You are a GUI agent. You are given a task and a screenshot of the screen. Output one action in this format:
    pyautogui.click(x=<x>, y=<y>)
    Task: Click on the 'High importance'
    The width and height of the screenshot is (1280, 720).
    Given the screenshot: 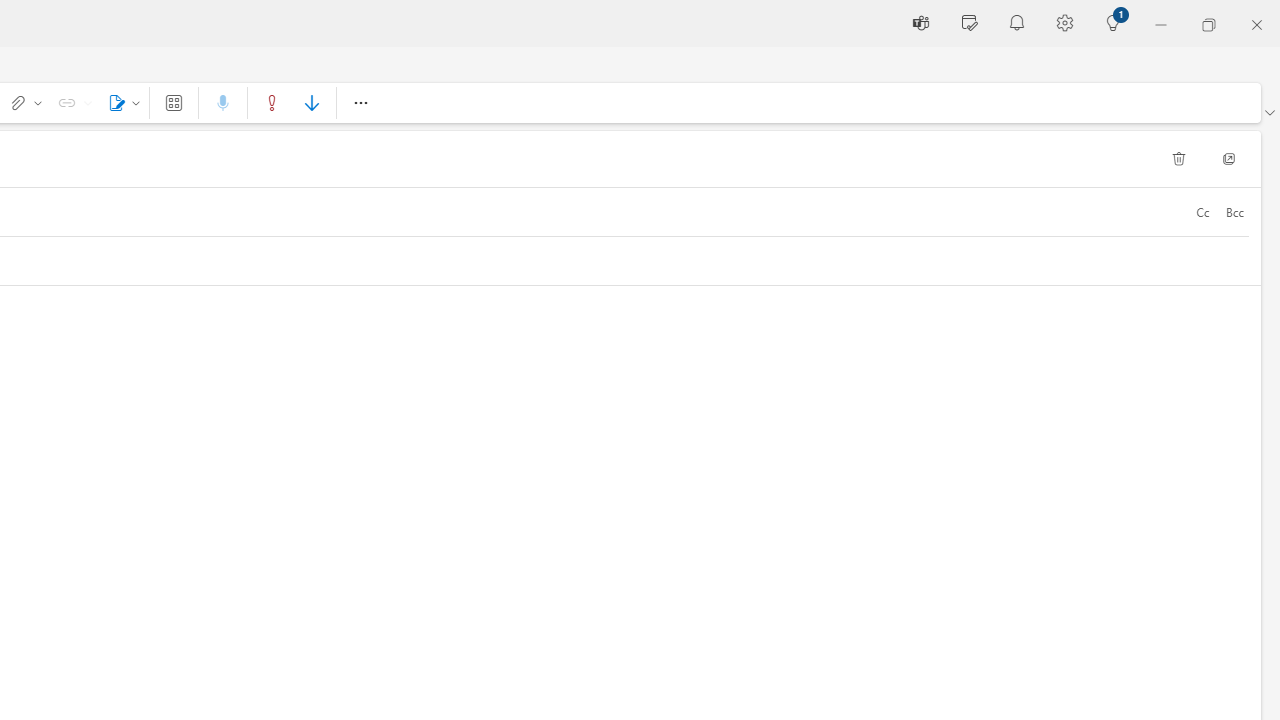 What is the action you would take?
    pyautogui.click(x=271, y=102)
    